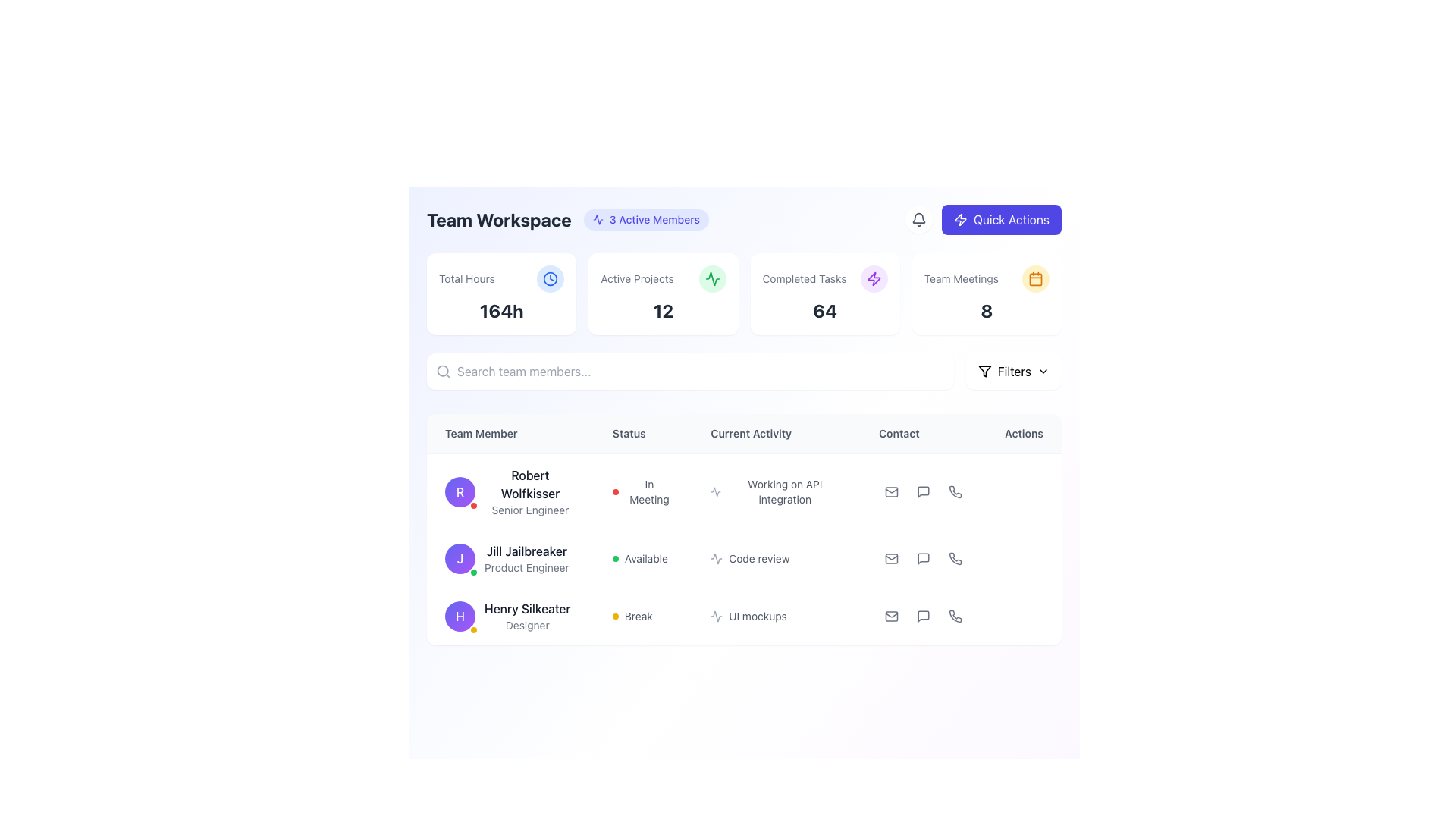 This screenshot has height=819, width=1456. What do you see at coordinates (646, 219) in the screenshot?
I see `the informational label element displaying '3 Active Members' with a light indigo background, located to the right of 'Team Workspace'` at bounding box center [646, 219].